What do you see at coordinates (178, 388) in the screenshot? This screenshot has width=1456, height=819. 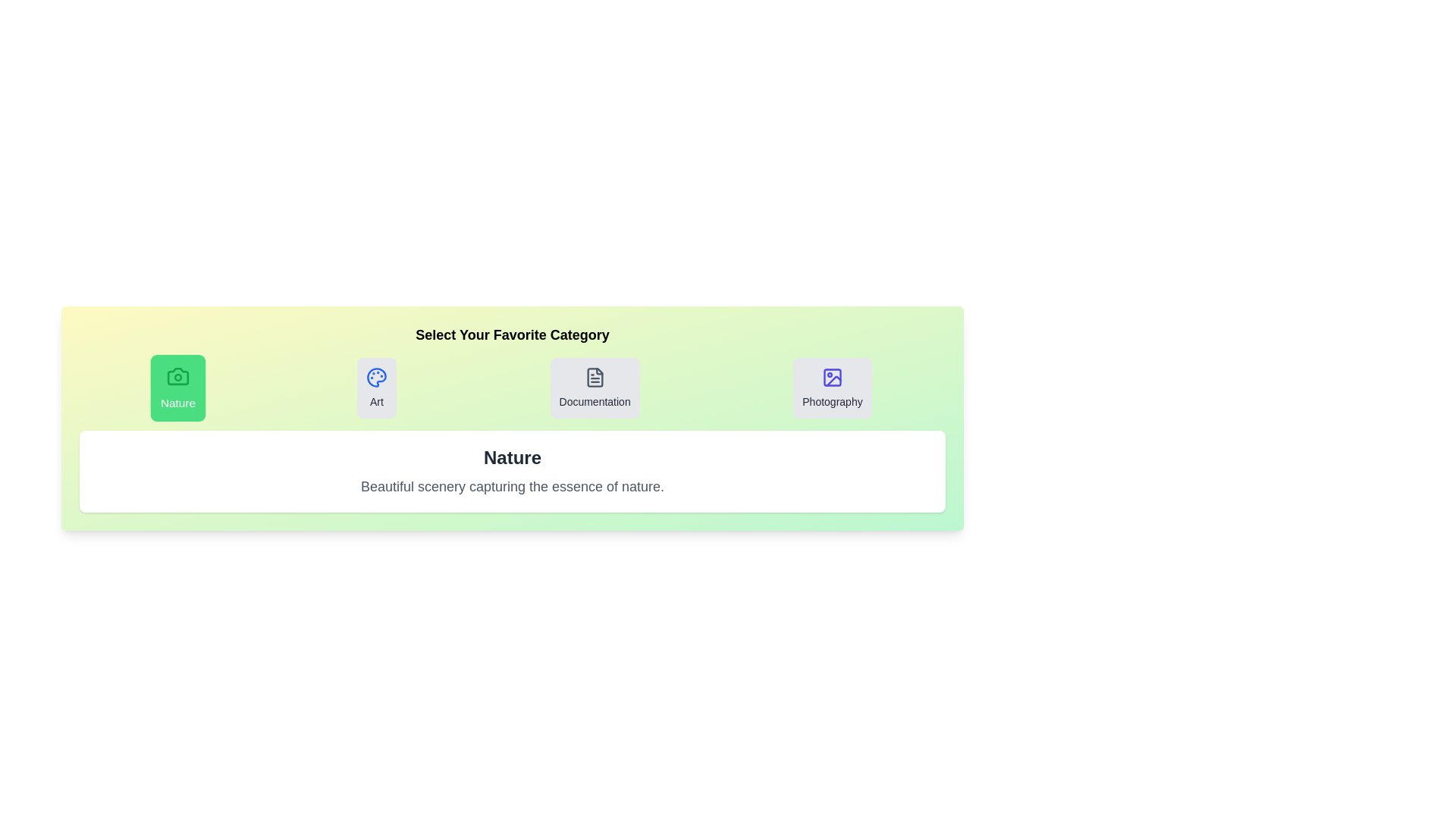 I see `the 'Nature' category tab` at bounding box center [178, 388].